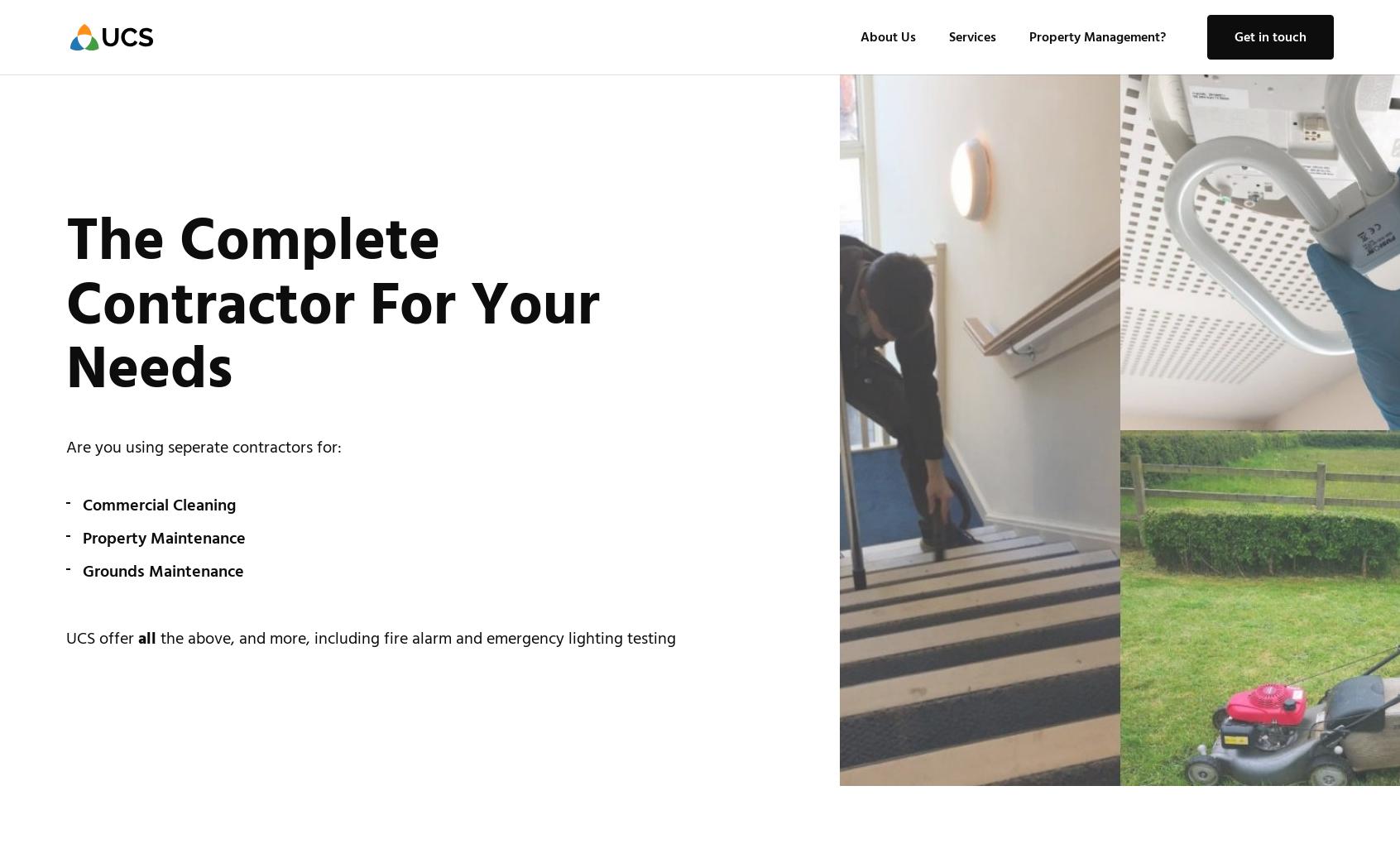  I want to click on 'the above, and more, including fire alarm and emergency lighting testing', so click(416, 638).